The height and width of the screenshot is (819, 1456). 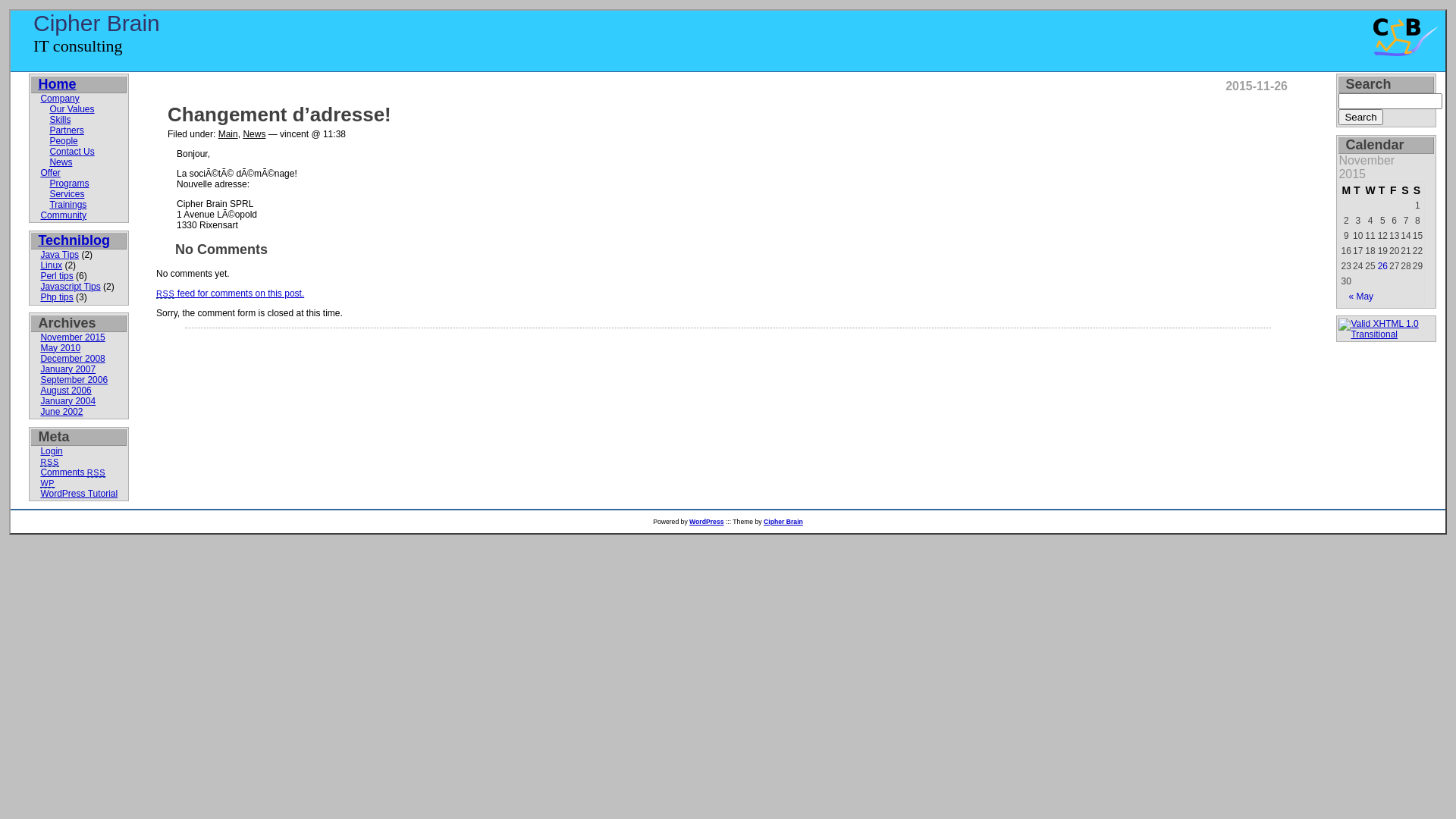 I want to click on 'People', so click(x=62, y=140).